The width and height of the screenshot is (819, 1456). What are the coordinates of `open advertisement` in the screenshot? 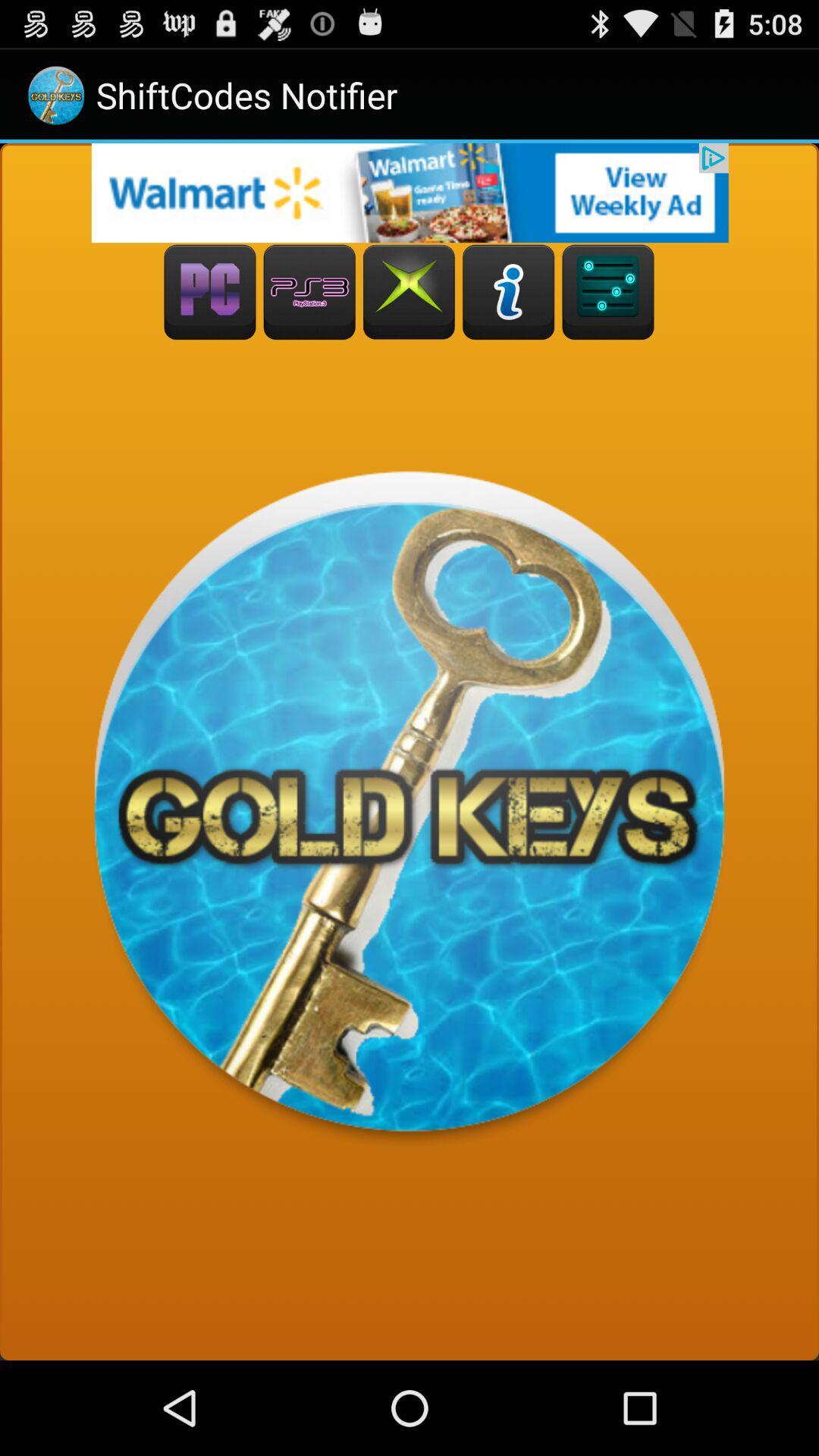 It's located at (409, 192).